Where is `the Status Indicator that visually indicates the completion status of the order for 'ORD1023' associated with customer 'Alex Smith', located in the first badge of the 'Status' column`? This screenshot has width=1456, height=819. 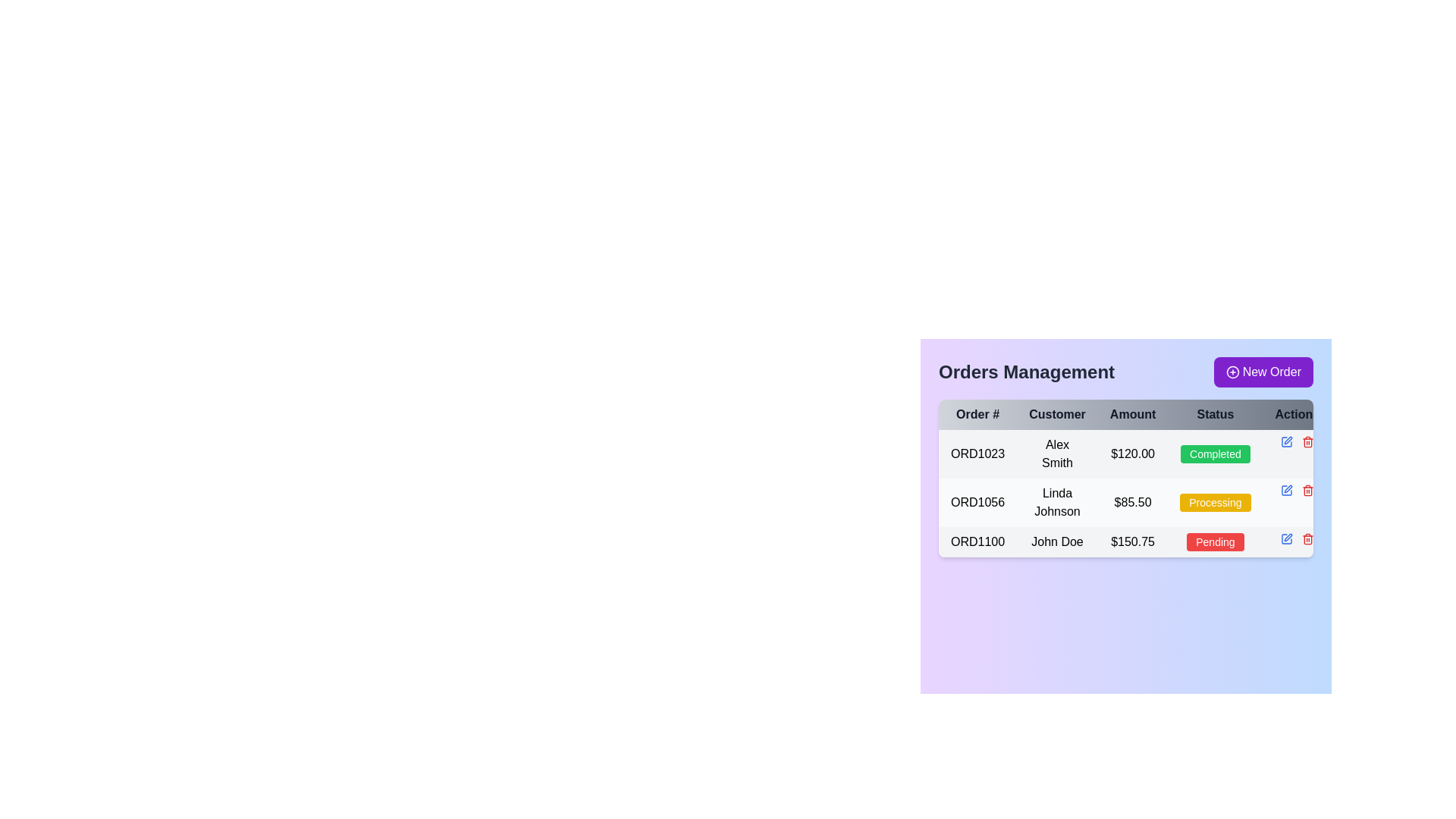
the Status Indicator that visually indicates the completion status of the order for 'ORD1023' associated with customer 'Alex Smith', located in the first badge of the 'Status' column is located at coordinates (1215, 453).